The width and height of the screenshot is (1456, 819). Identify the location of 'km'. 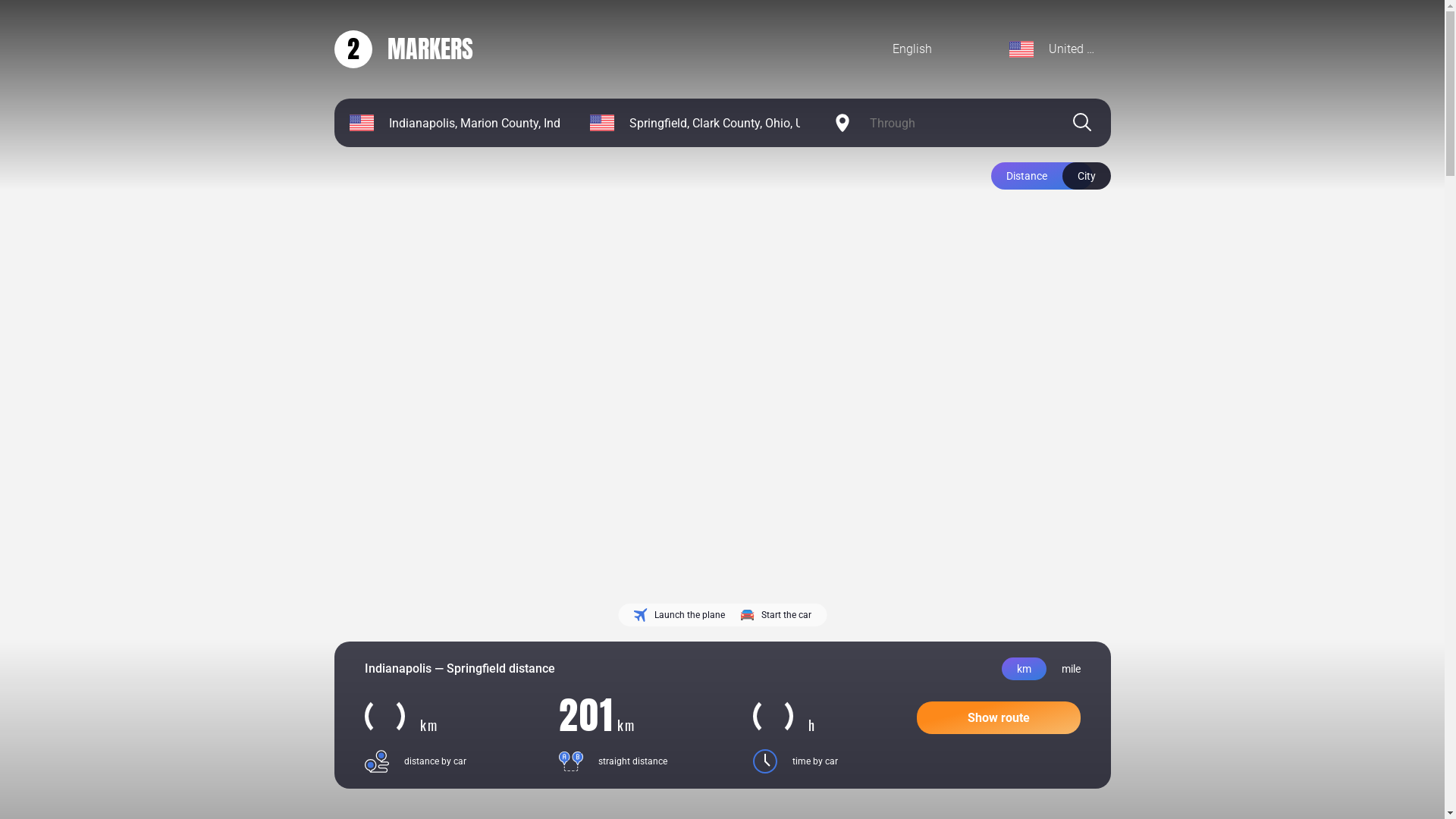
(1023, 668).